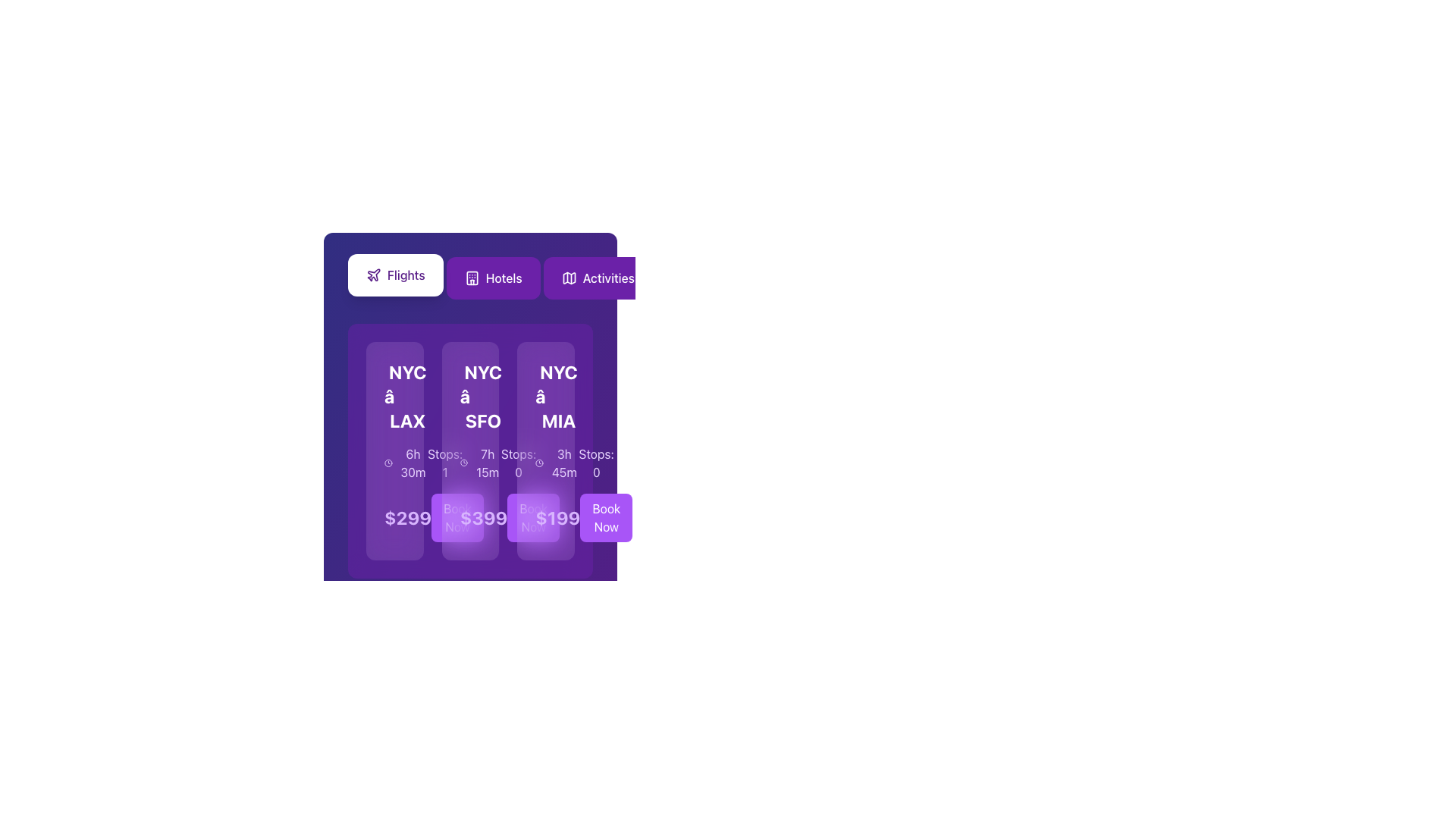 This screenshot has height=819, width=1456. I want to click on the minimalist map-shaped icon located in the Activities button of the navigation menu at the top-right corner of the interface, so click(568, 278).